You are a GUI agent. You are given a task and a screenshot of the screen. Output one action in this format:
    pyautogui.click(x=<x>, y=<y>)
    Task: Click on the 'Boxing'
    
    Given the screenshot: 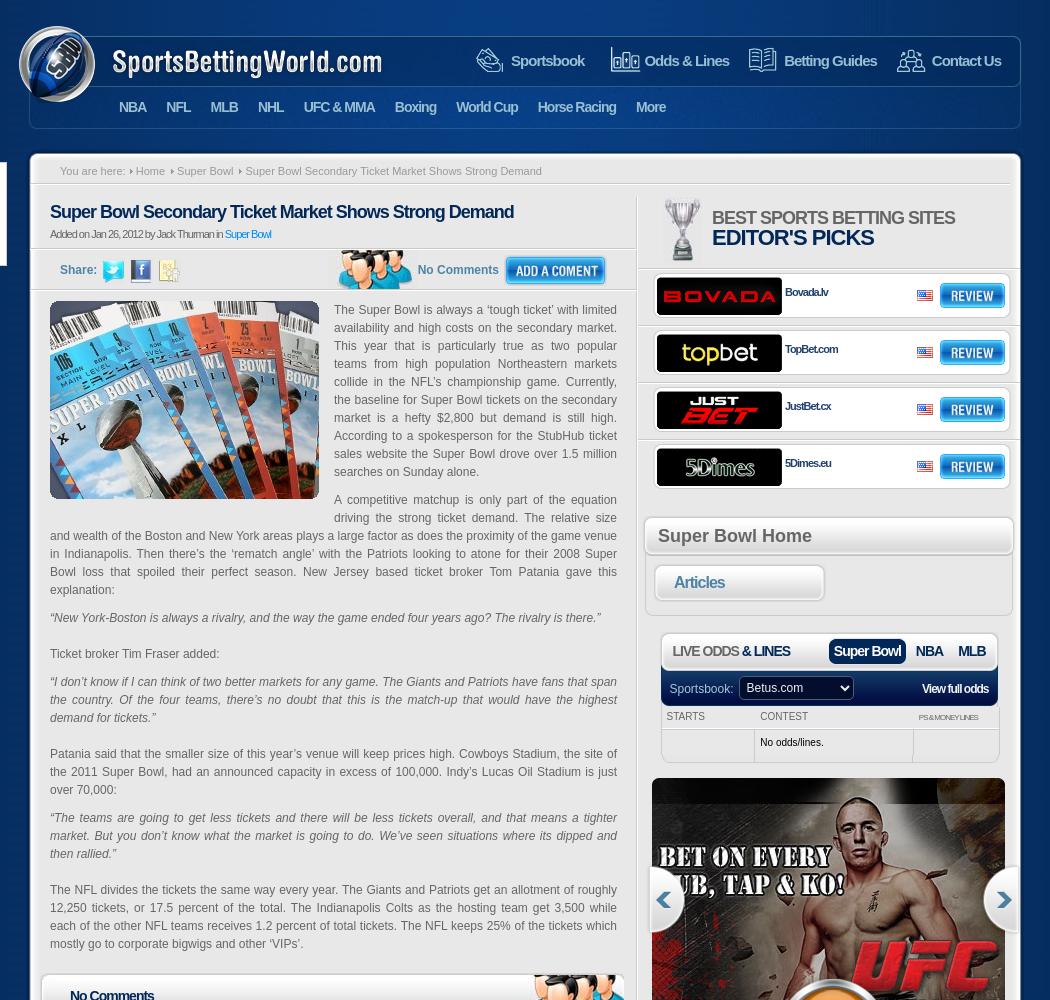 What is the action you would take?
    pyautogui.click(x=393, y=106)
    